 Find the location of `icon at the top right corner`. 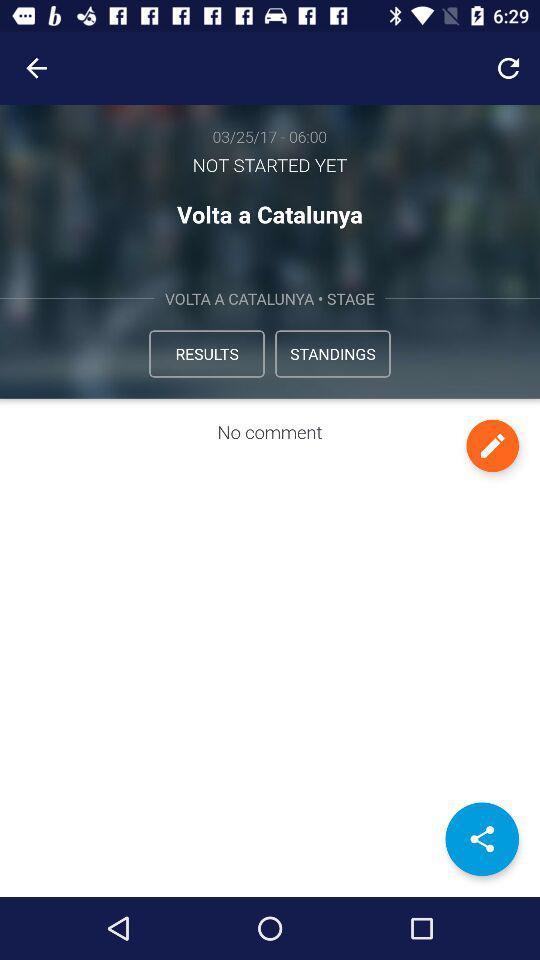

icon at the top right corner is located at coordinates (508, 68).